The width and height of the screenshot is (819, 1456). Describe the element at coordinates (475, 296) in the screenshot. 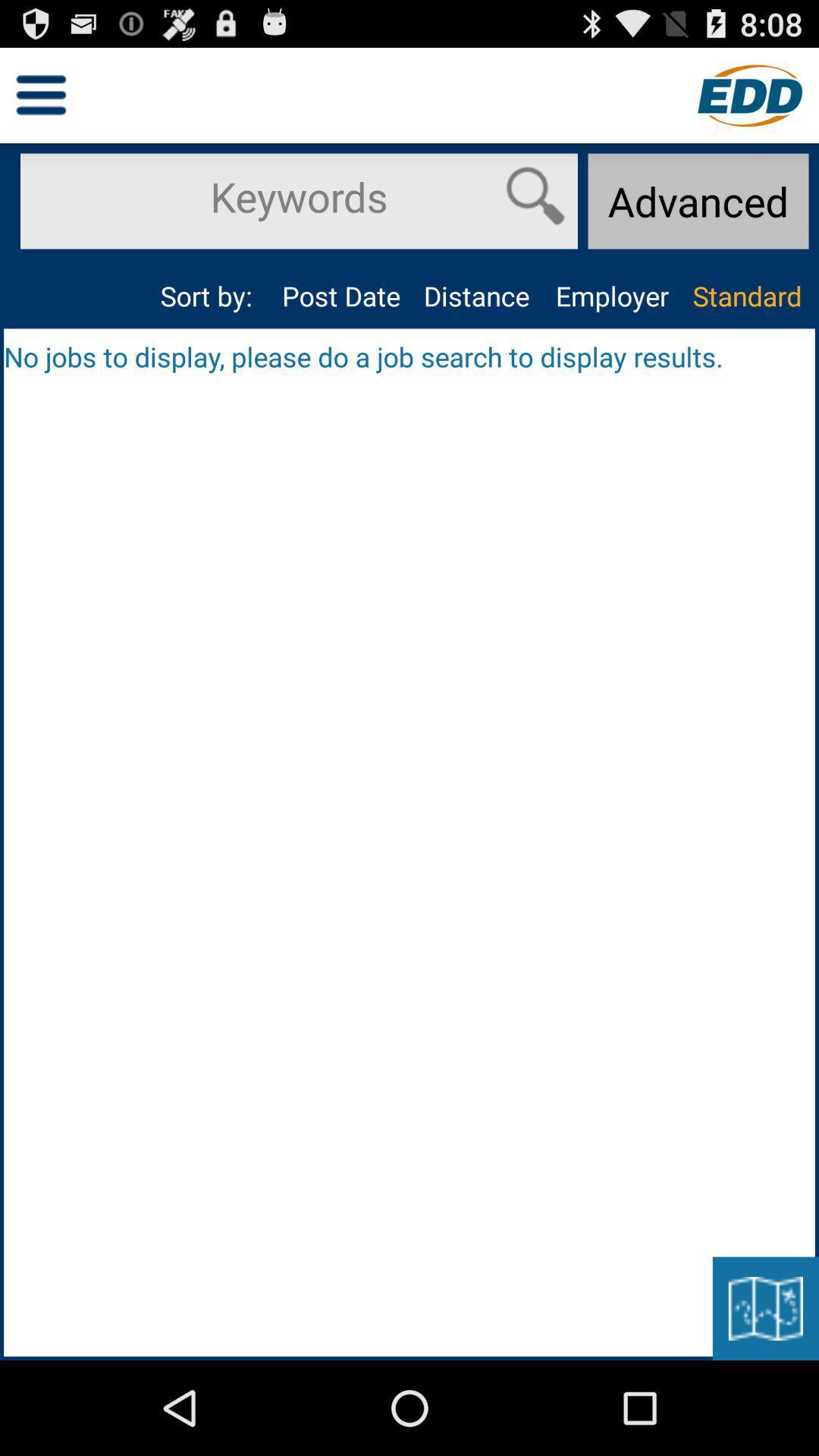

I see `item next to post date icon` at that location.